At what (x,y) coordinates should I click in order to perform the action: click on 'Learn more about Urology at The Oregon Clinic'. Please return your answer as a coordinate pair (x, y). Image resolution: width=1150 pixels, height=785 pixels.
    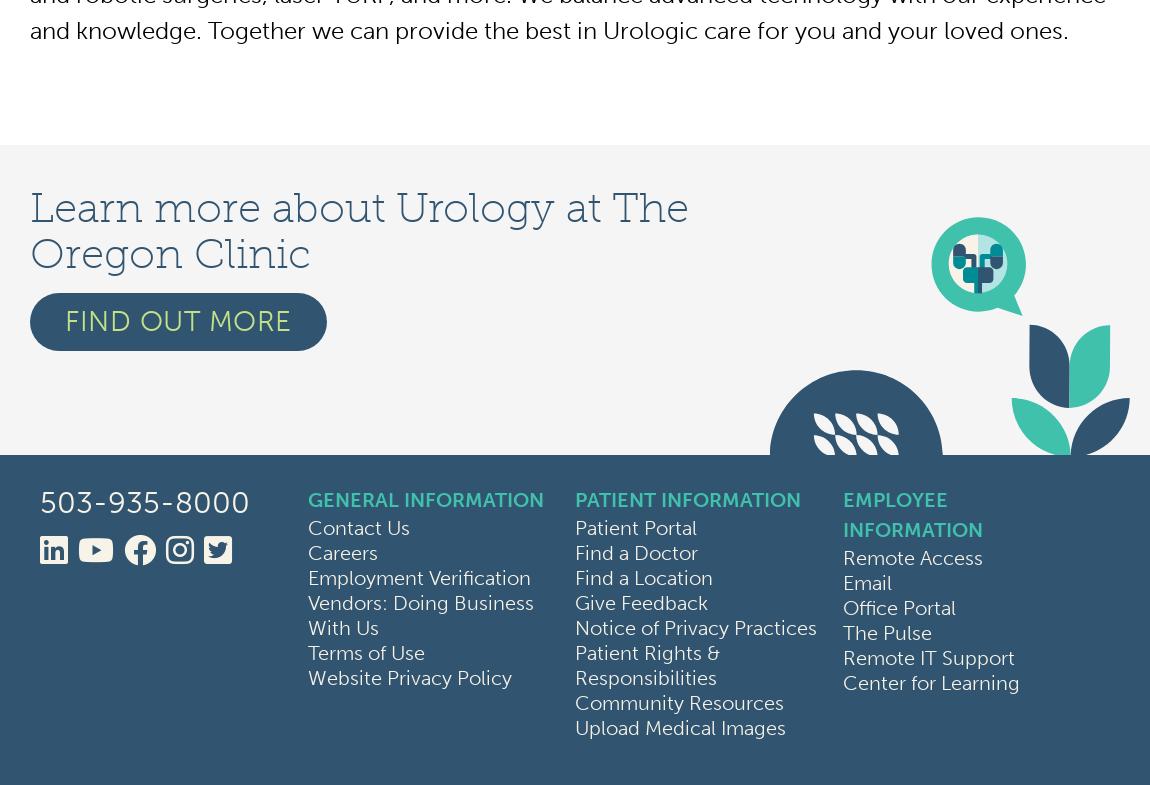
    Looking at the image, I should click on (359, 230).